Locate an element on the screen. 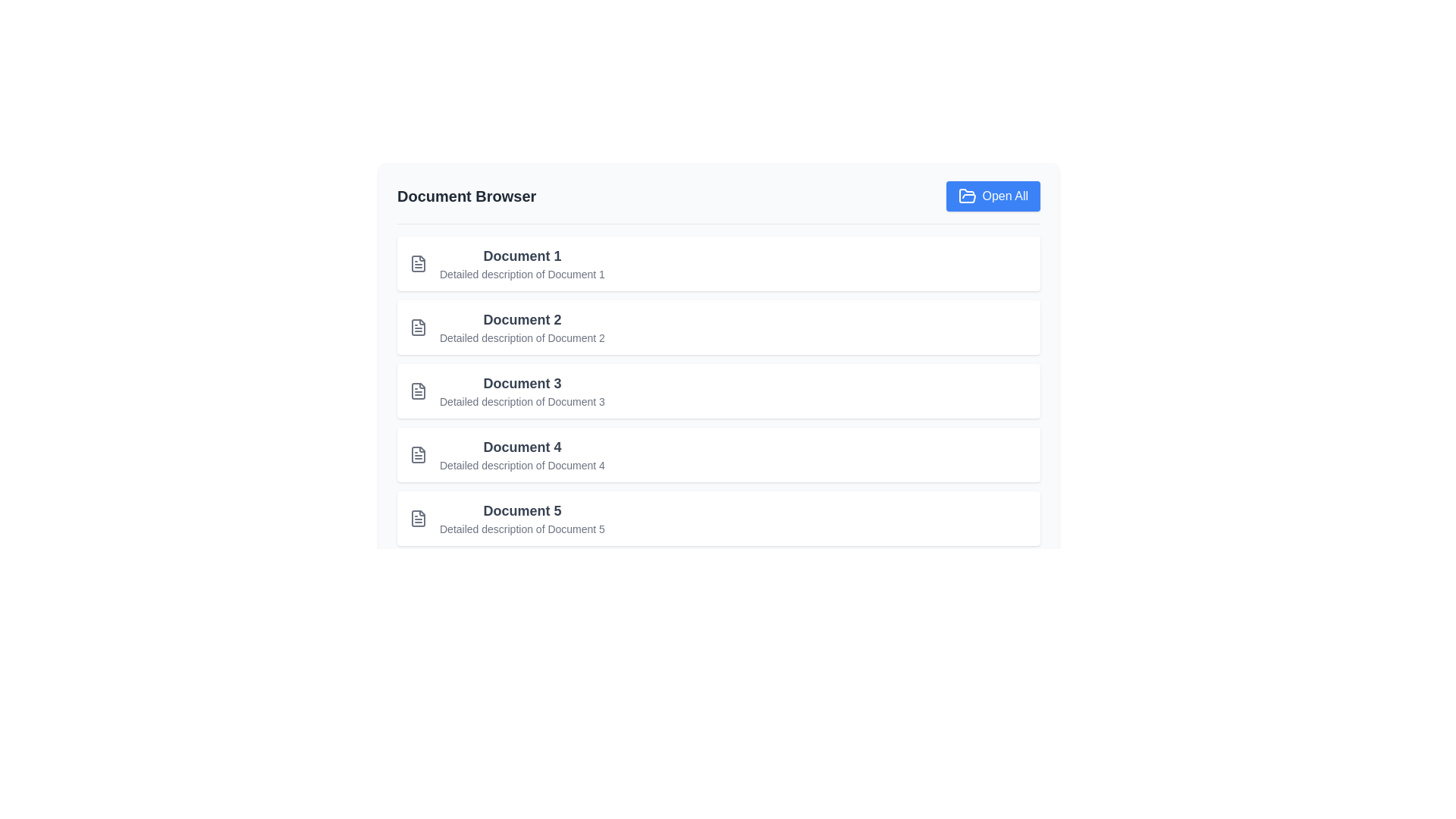 The image size is (1456, 819). the appearance of the document icon located in the fifth item of the 'Document Browser' list, which features a light gray document symbol with text lines, positioned to the left of 'Document 5' is located at coordinates (419, 517).